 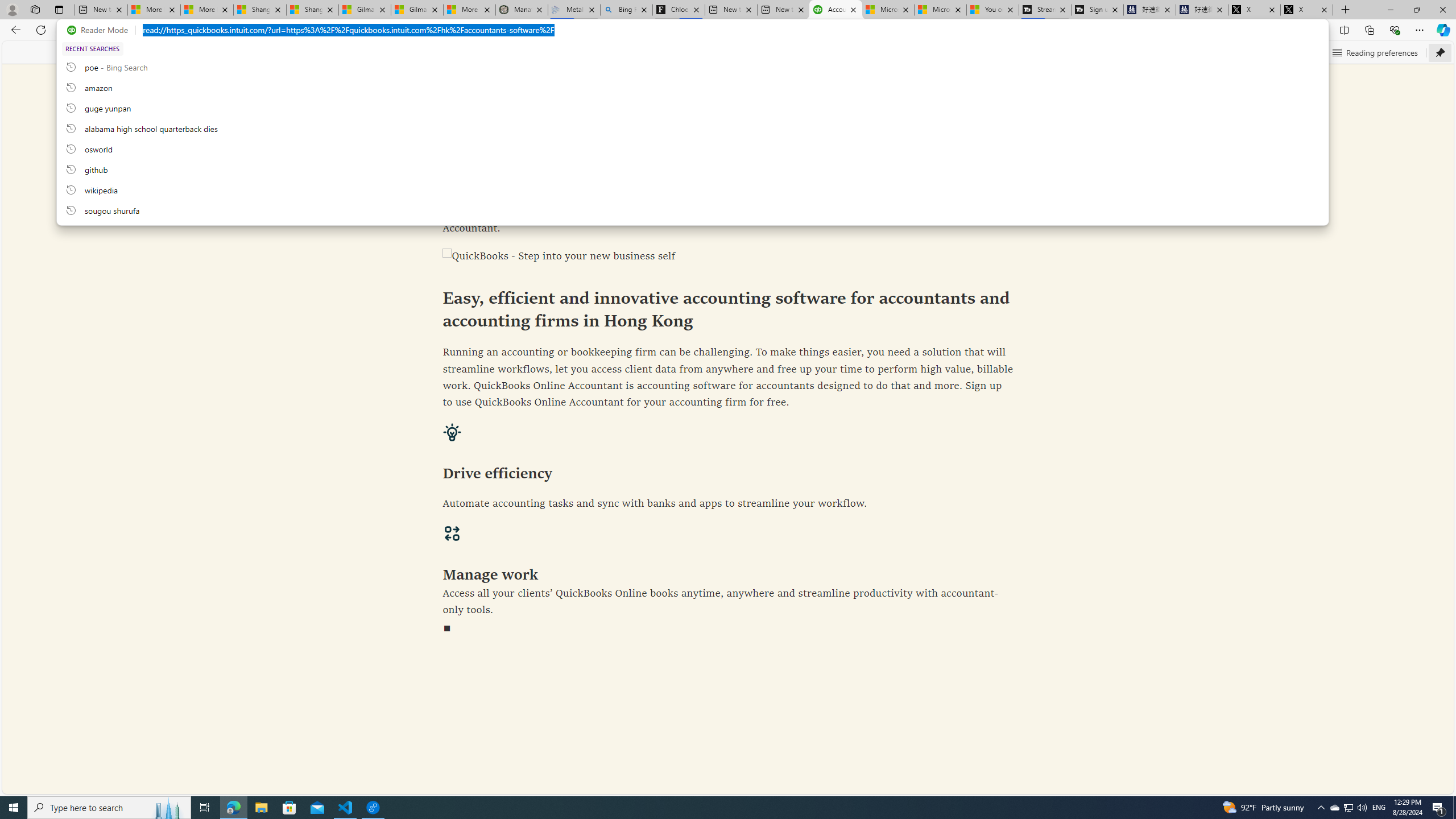 What do you see at coordinates (1440, 52) in the screenshot?
I see `'Unpin toolbar'` at bounding box center [1440, 52].